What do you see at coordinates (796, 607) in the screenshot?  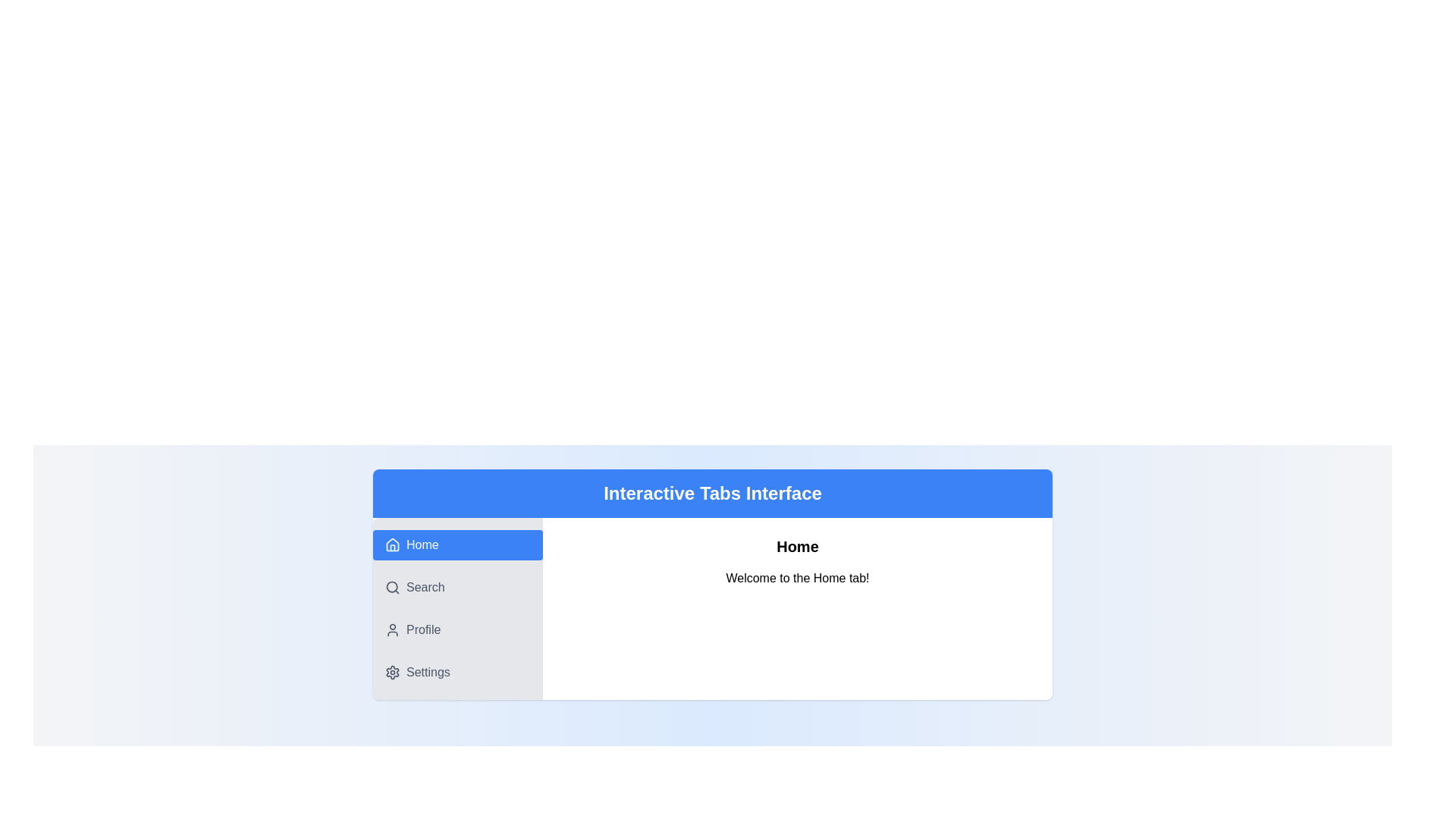 I see `the content displayed in the main area of the currently selected tab` at bounding box center [796, 607].